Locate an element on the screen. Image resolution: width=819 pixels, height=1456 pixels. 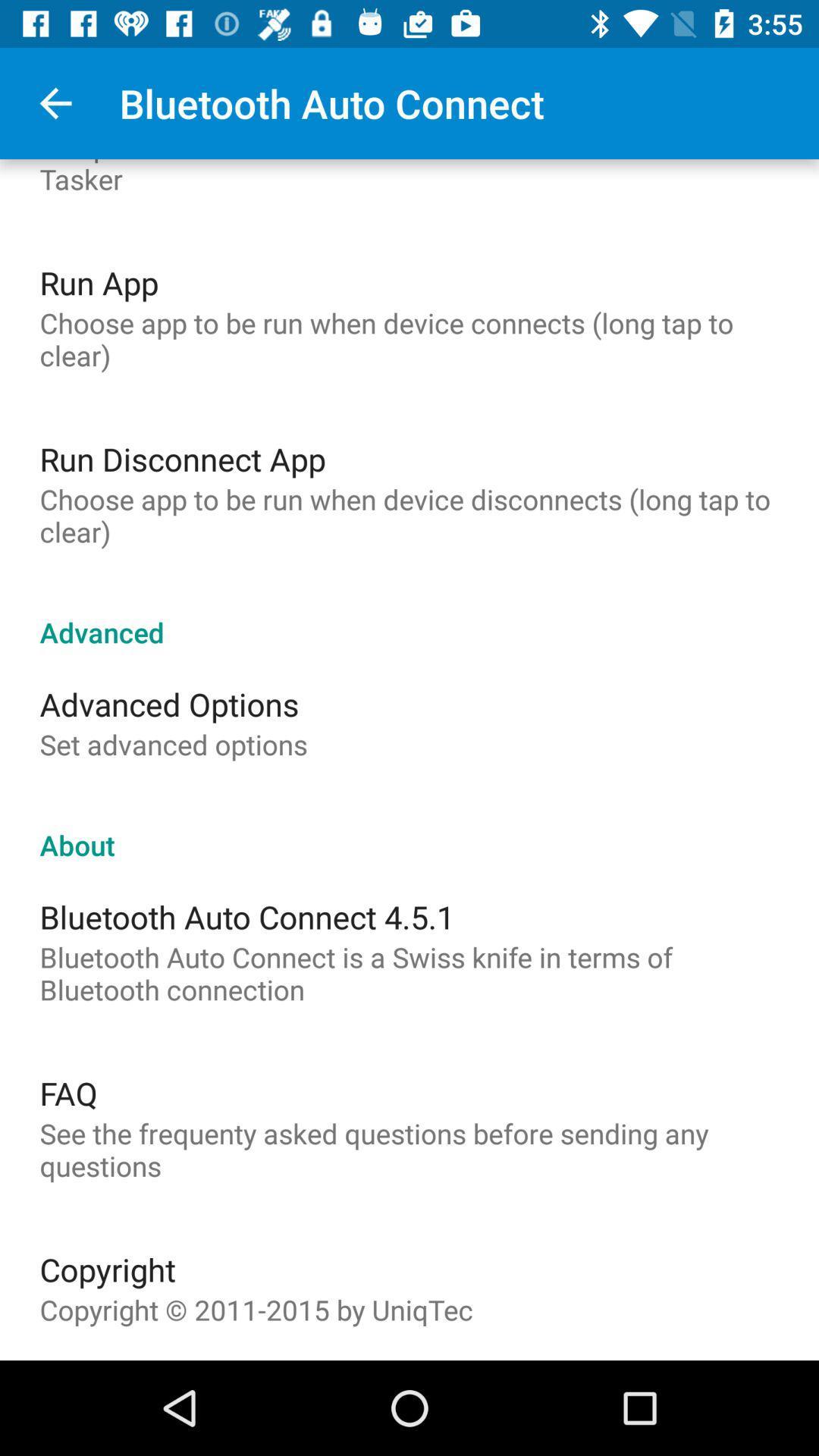
faq item is located at coordinates (68, 1093).